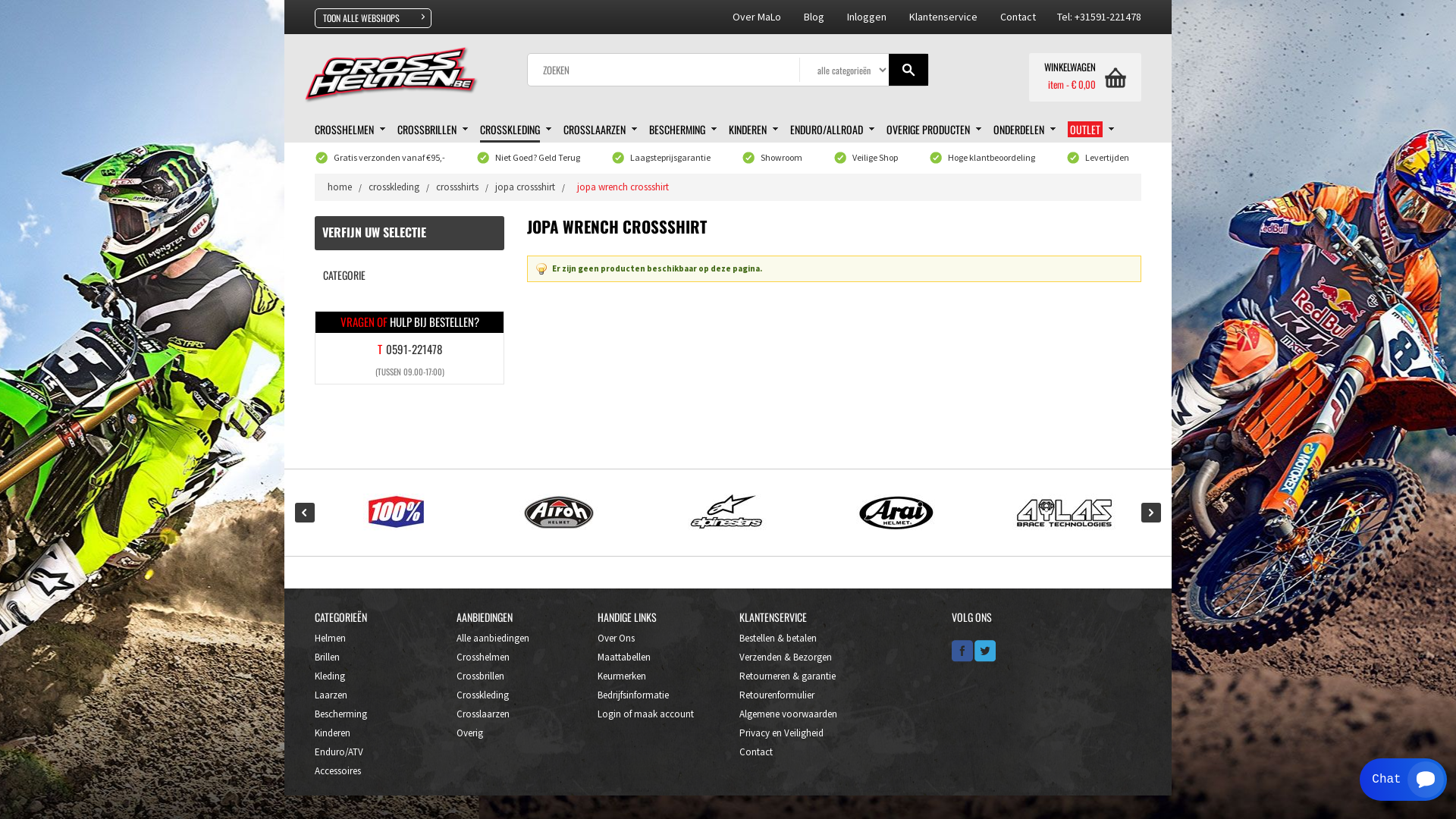 Image resolution: width=1456 pixels, height=819 pixels. What do you see at coordinates (479, 128) in the screenshot?
I see `'CROSSKLEDING'` at bounding box center [479, 128].